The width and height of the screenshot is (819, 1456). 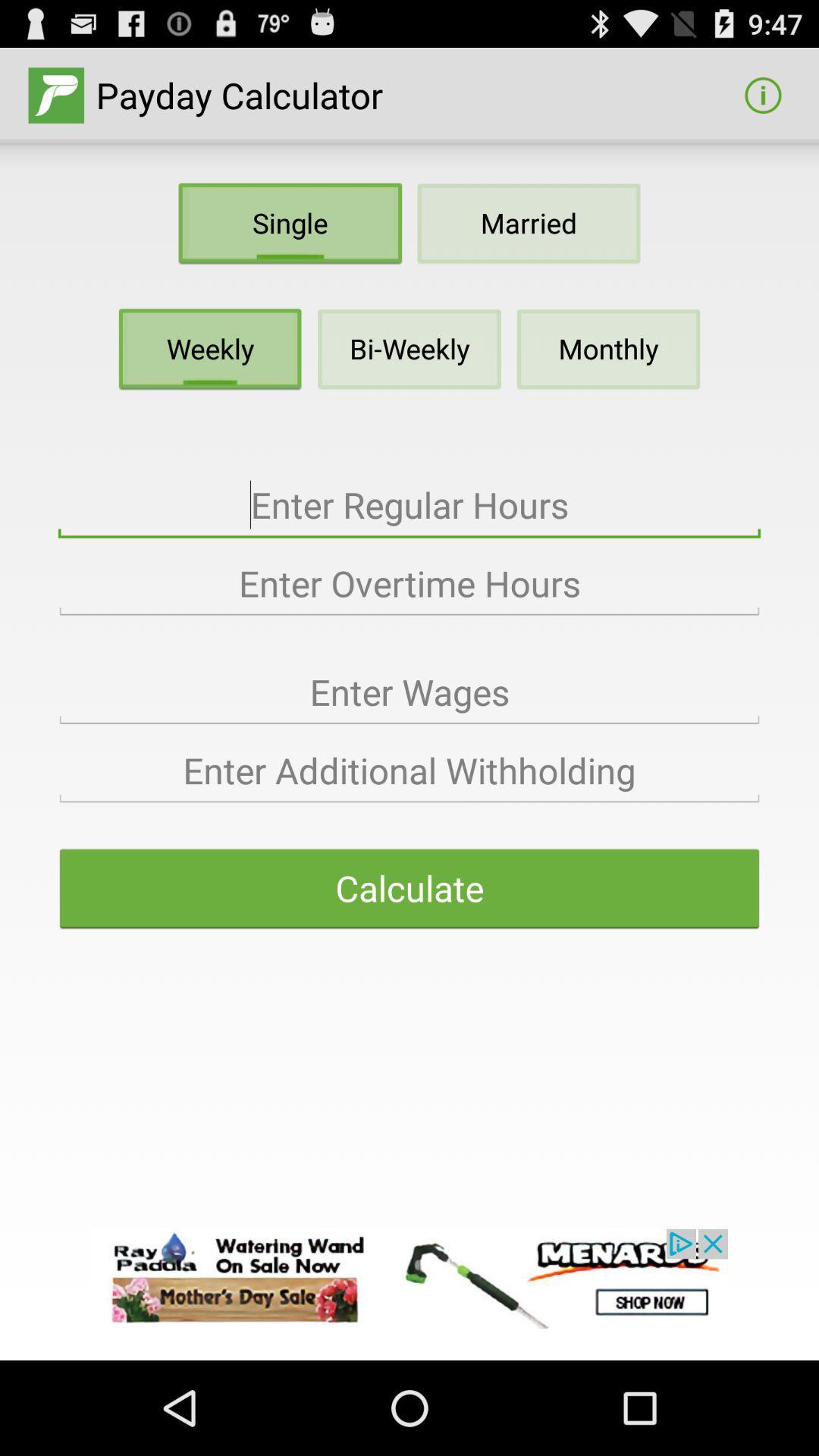 I want to click on input enter box, so click(x=409, y=692).